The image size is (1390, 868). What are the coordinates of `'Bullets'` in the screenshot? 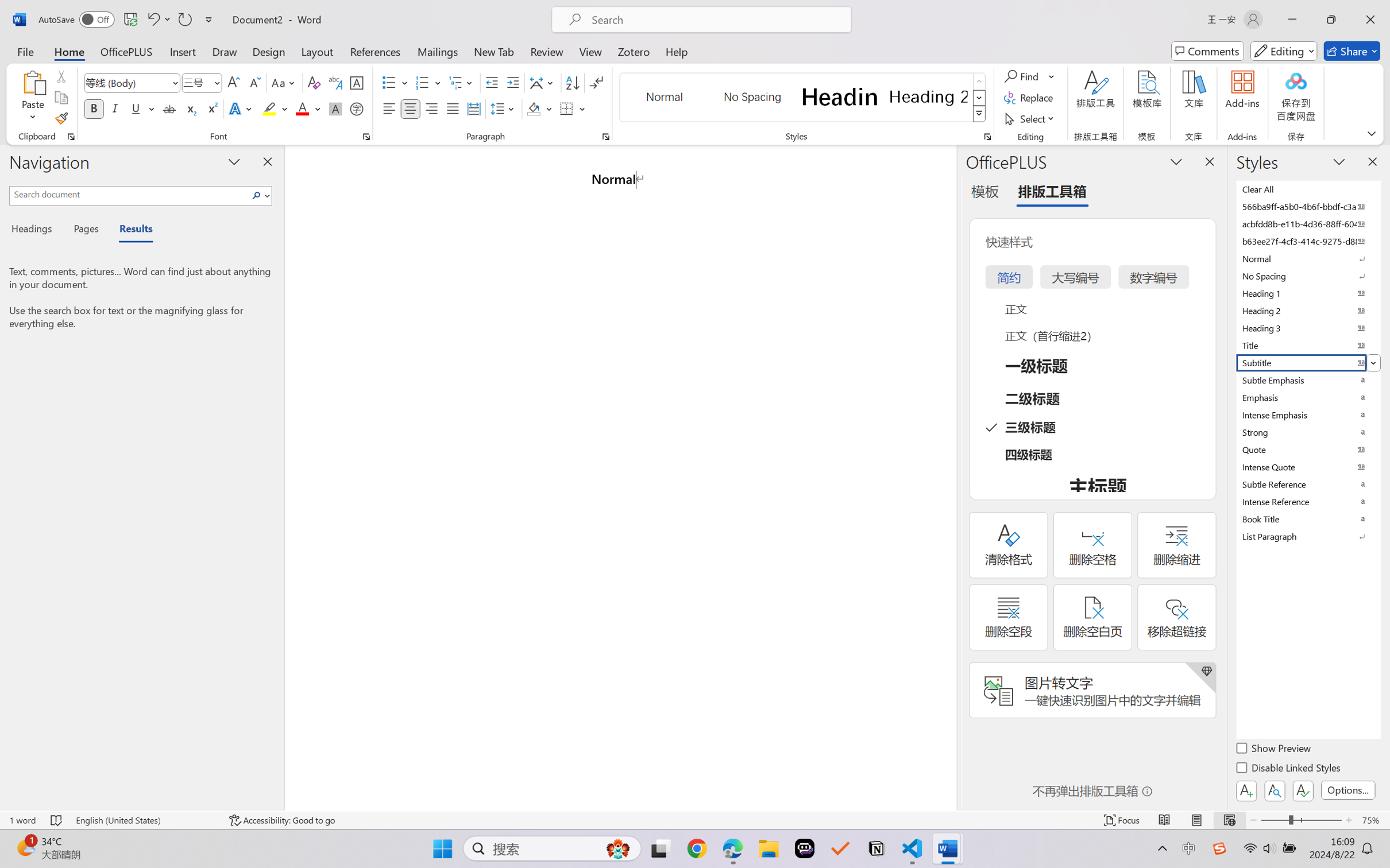 It's located at (395, 83).